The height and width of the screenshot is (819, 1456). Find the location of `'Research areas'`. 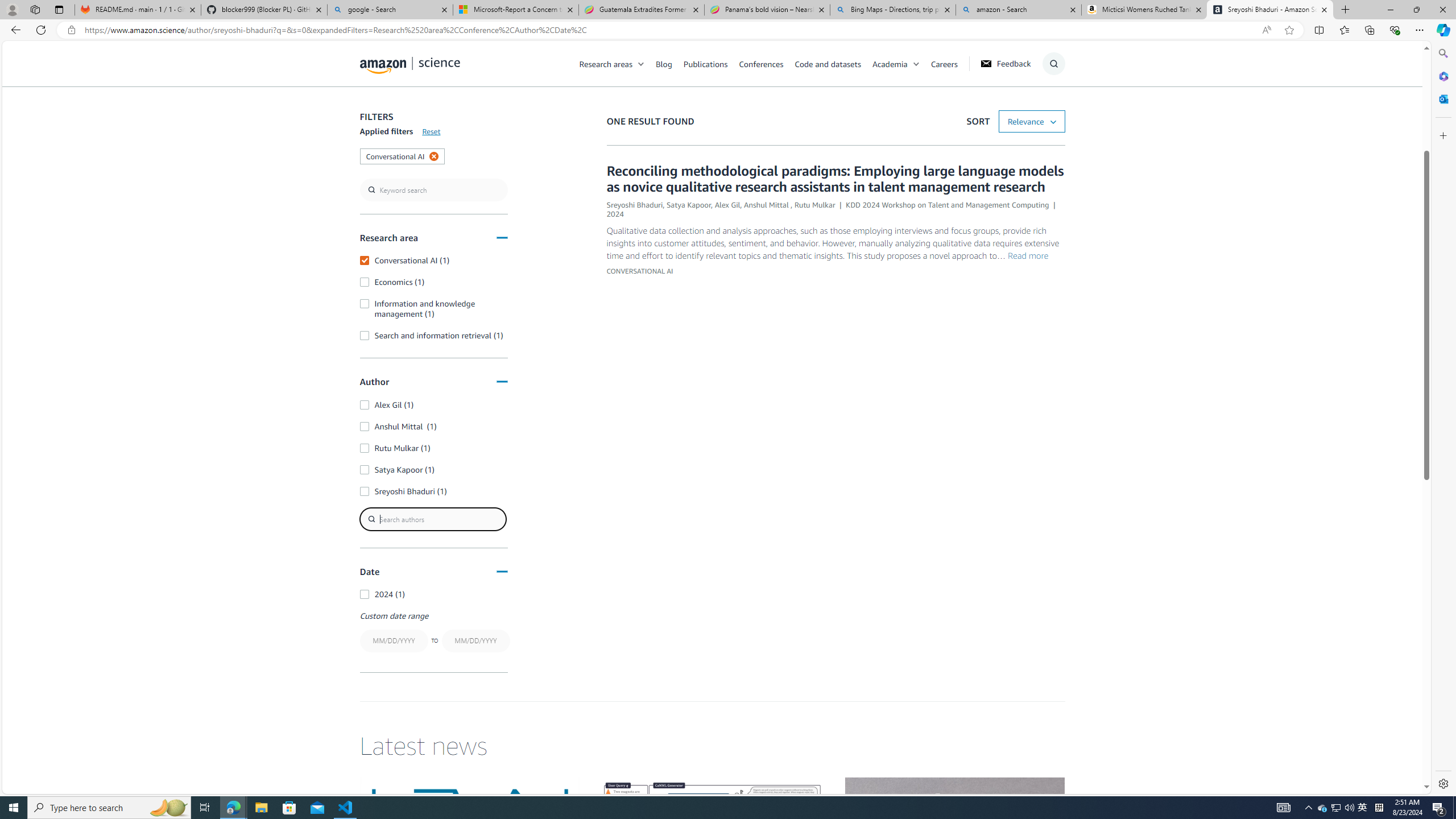

'Research areas' is located at coordinates (617, 63).